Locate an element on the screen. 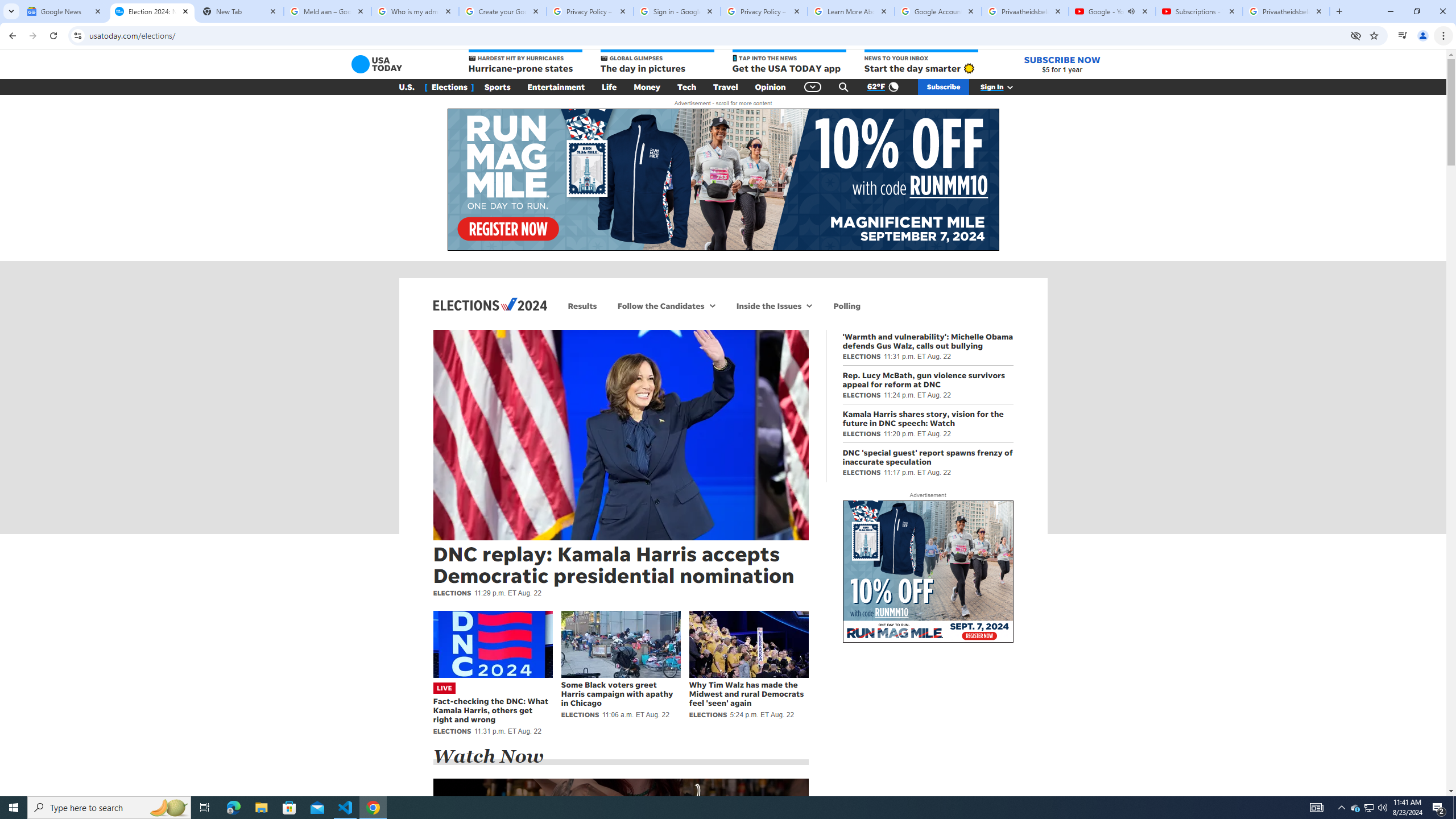 The height and width of the screenshot is (819, 1456). 'Polling' is located at coordinates (846, 305).